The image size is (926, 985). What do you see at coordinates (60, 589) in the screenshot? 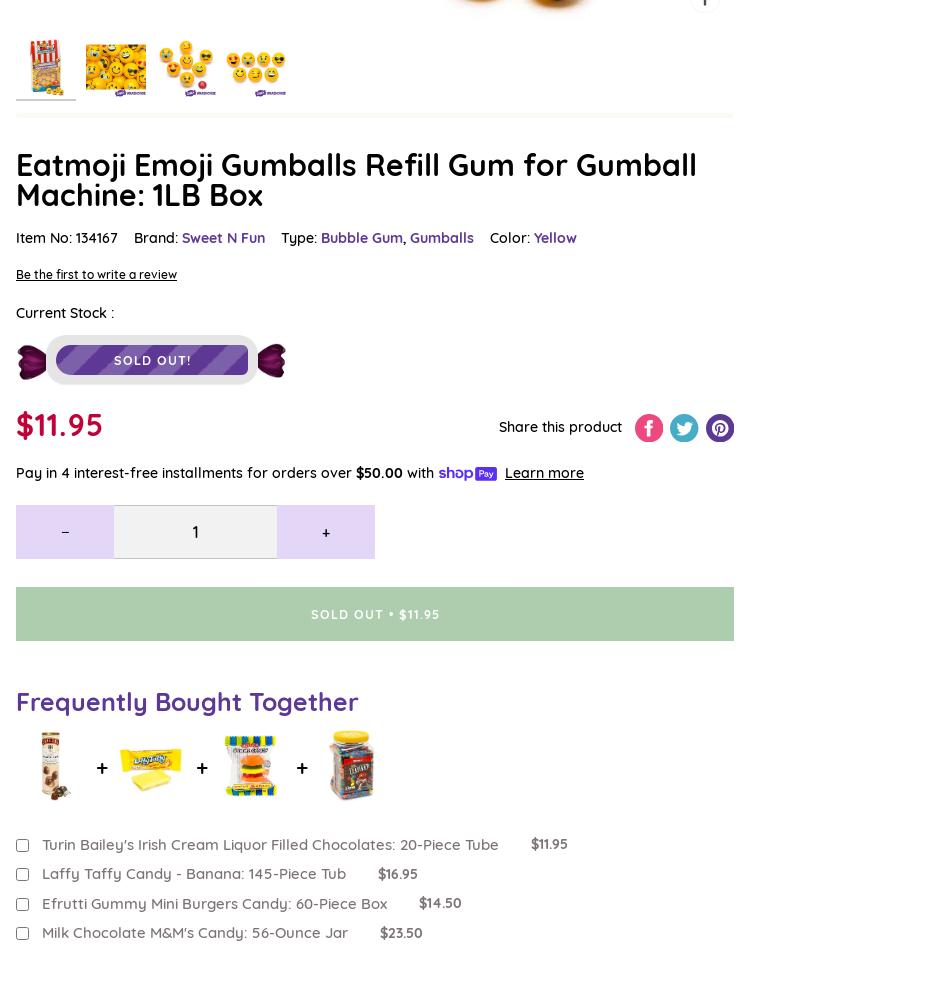
I see `'310-343-4099'` at bounding box center [60, 589].